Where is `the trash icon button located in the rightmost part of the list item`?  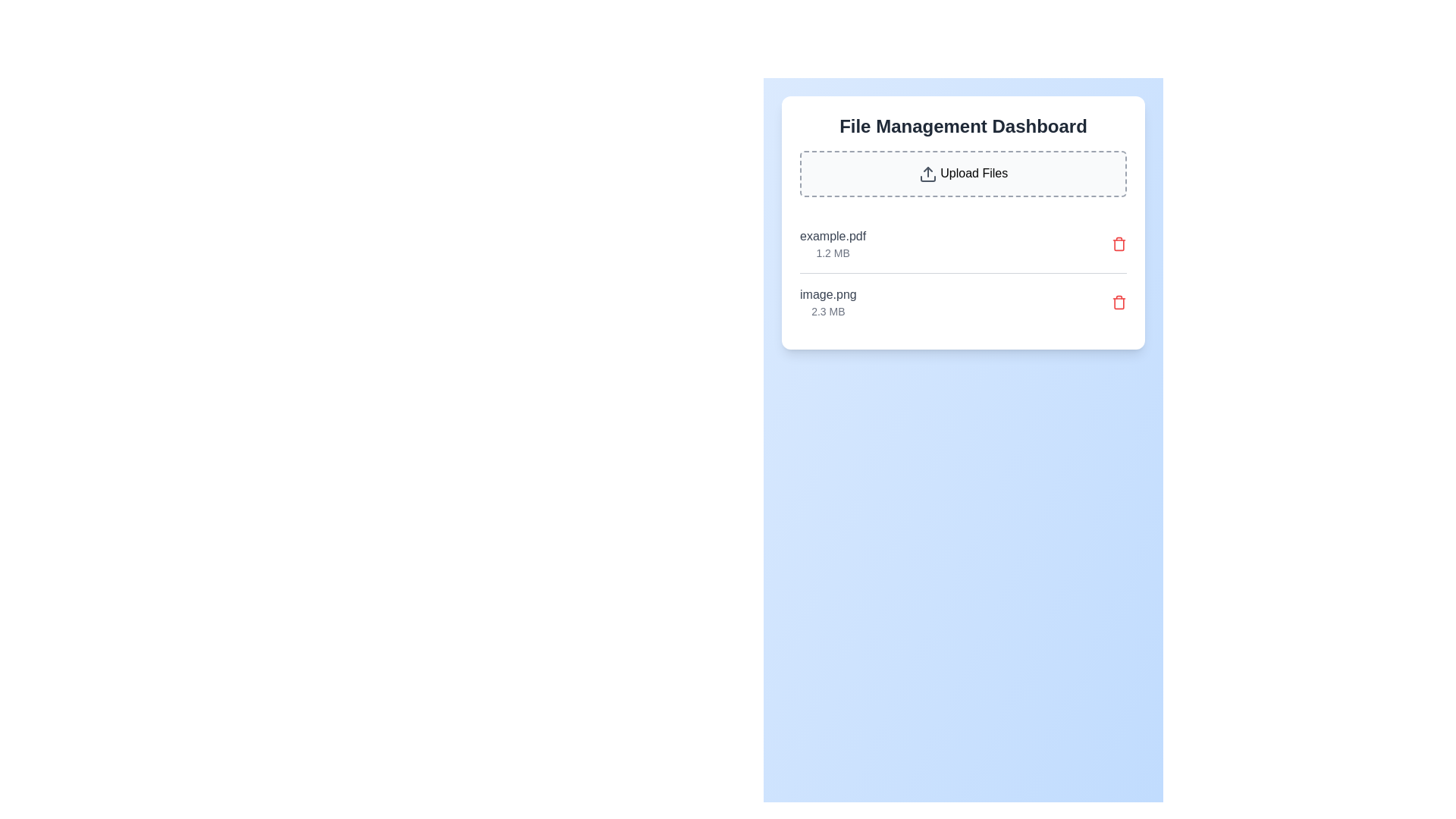
the trash icon button located in the rightmost part of the list item is located at coordinates (1119, 242).